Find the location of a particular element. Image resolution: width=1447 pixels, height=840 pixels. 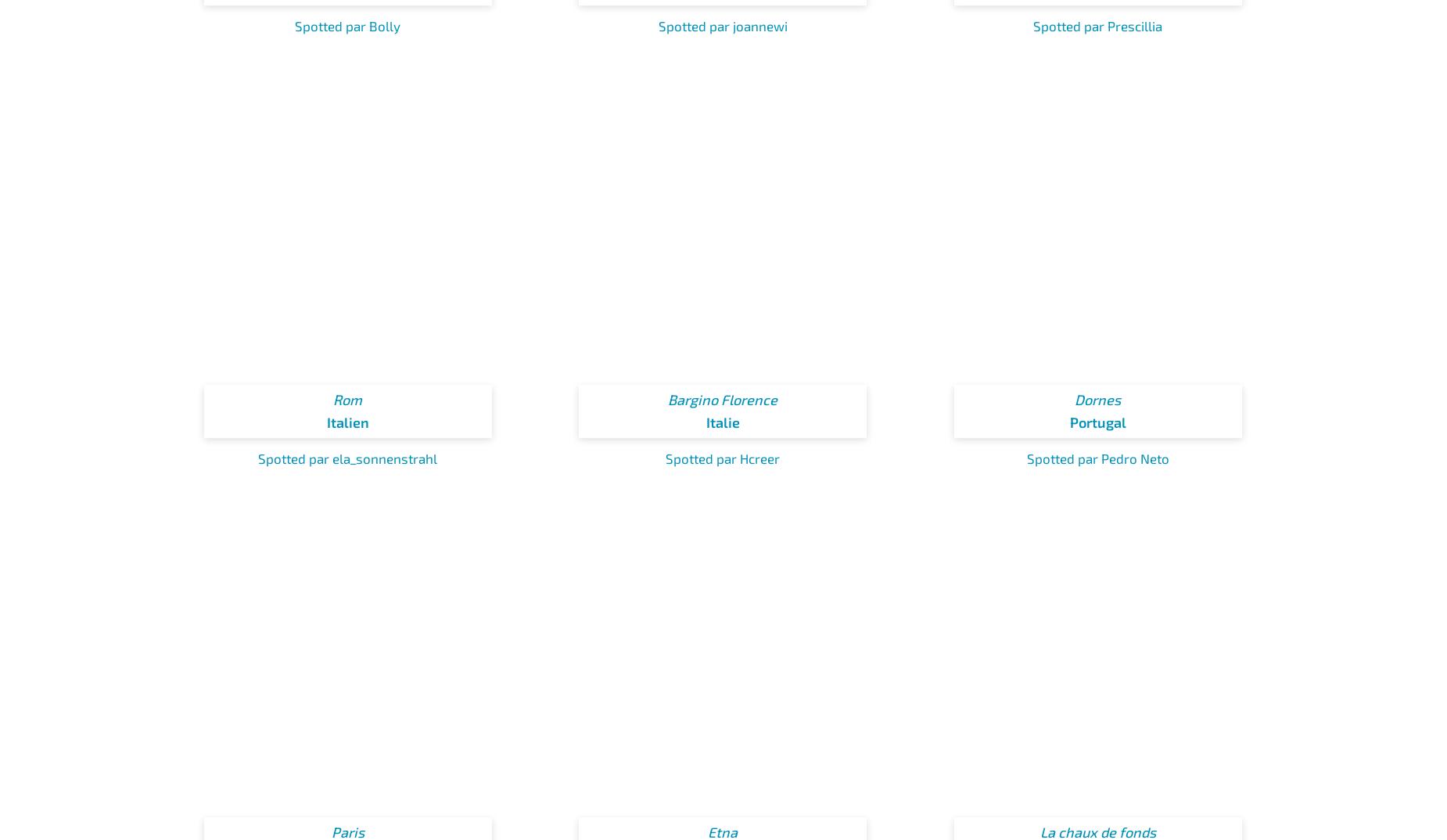

'Spotted par Bolly' is located at coordinates (294, 24).